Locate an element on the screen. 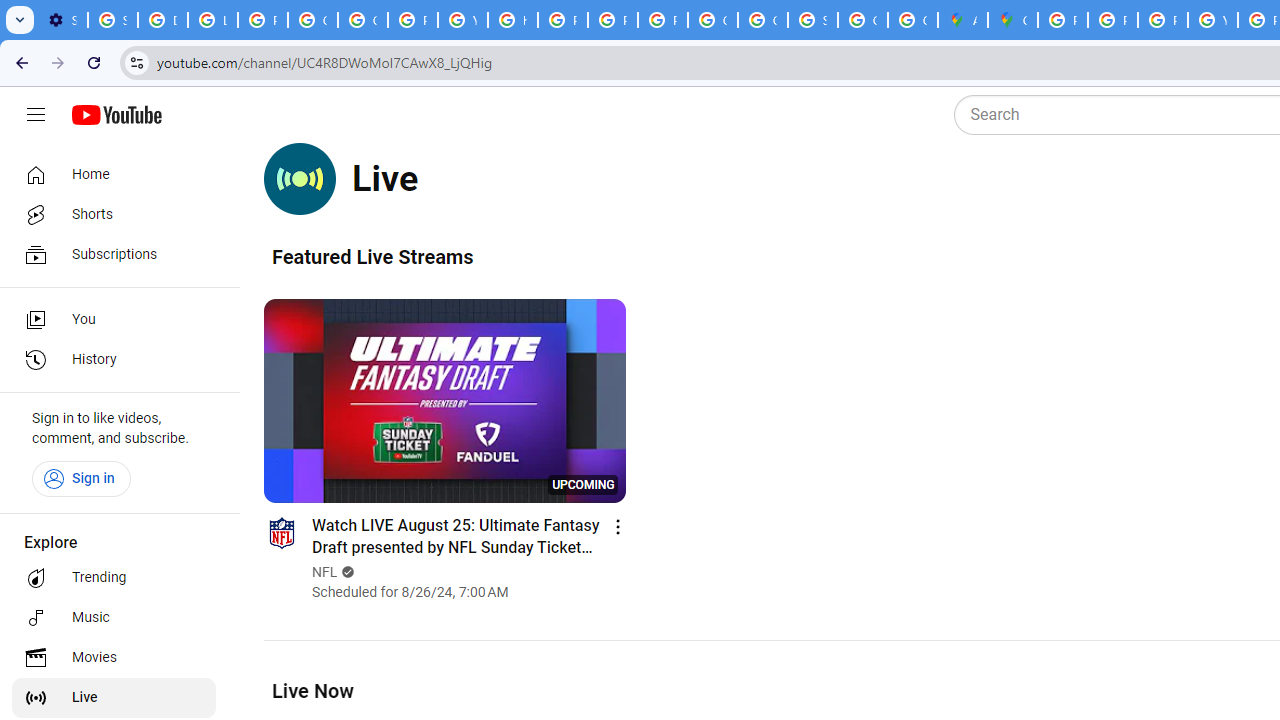 The height and width of the screenshot is (720, 1280). 'Guide' is located at coordinates (35, 115).